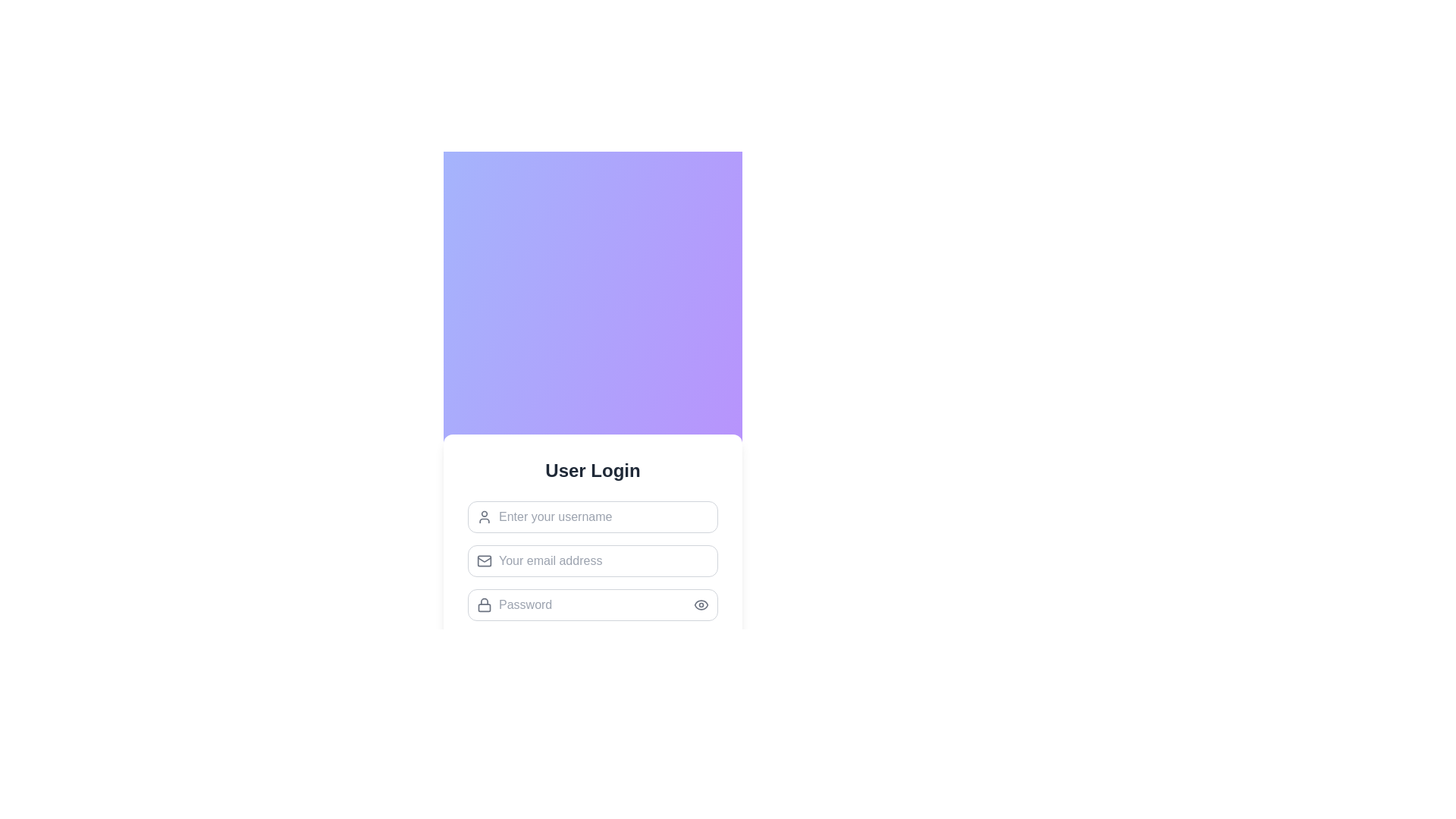  What do you see at coordinates (483, 559) in the screenshot?
I see `the envelope-shaped icon representing email or messaging function, located to the left of the 'Your email address' input field` at bounding box center [483, 559].